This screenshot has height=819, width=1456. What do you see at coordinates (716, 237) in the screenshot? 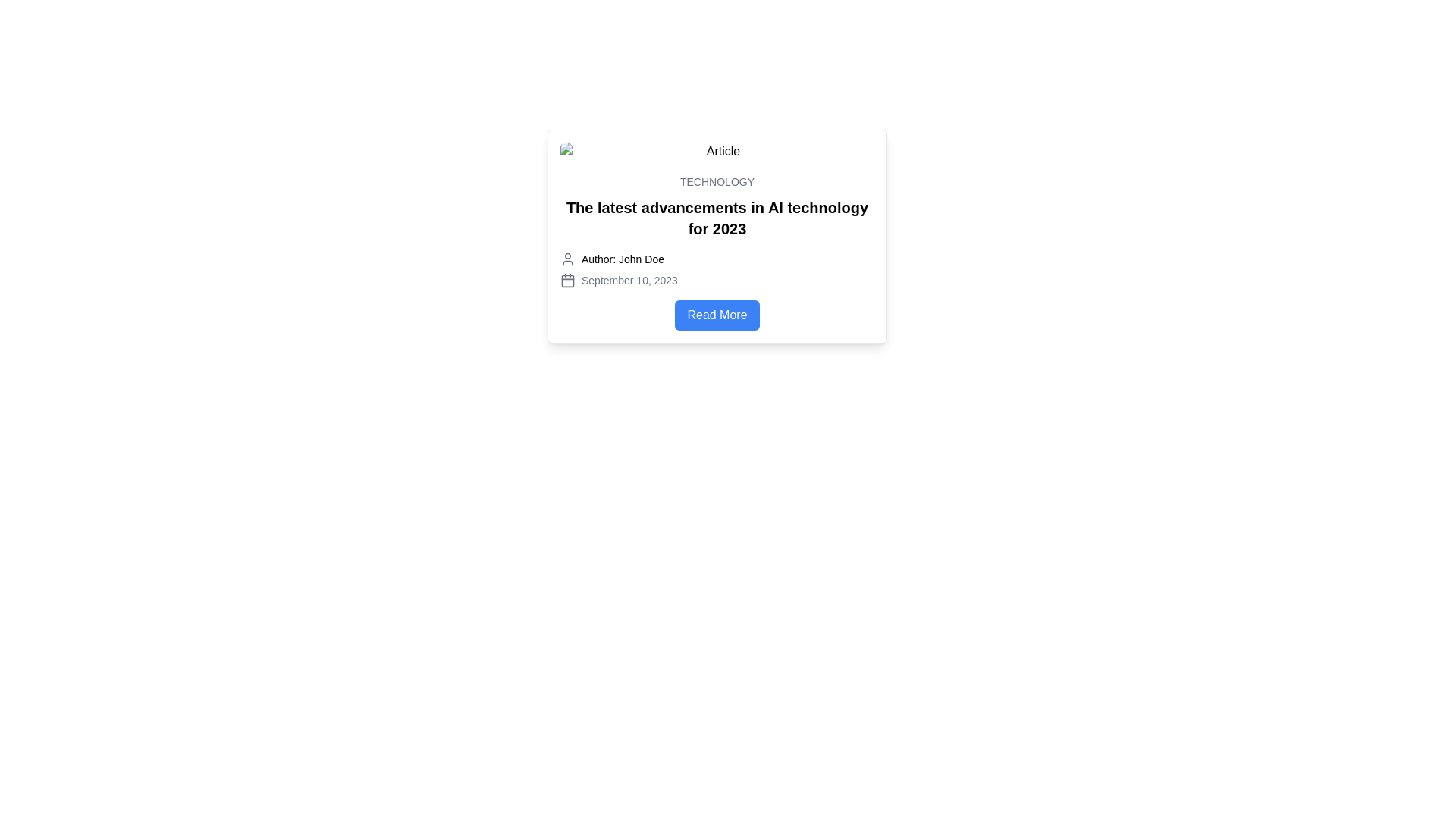
I see `the content card displaying the category 'Technology' and the headline 'The latest advancements in AI technology for 2023'` at bounding box center [716, 237].